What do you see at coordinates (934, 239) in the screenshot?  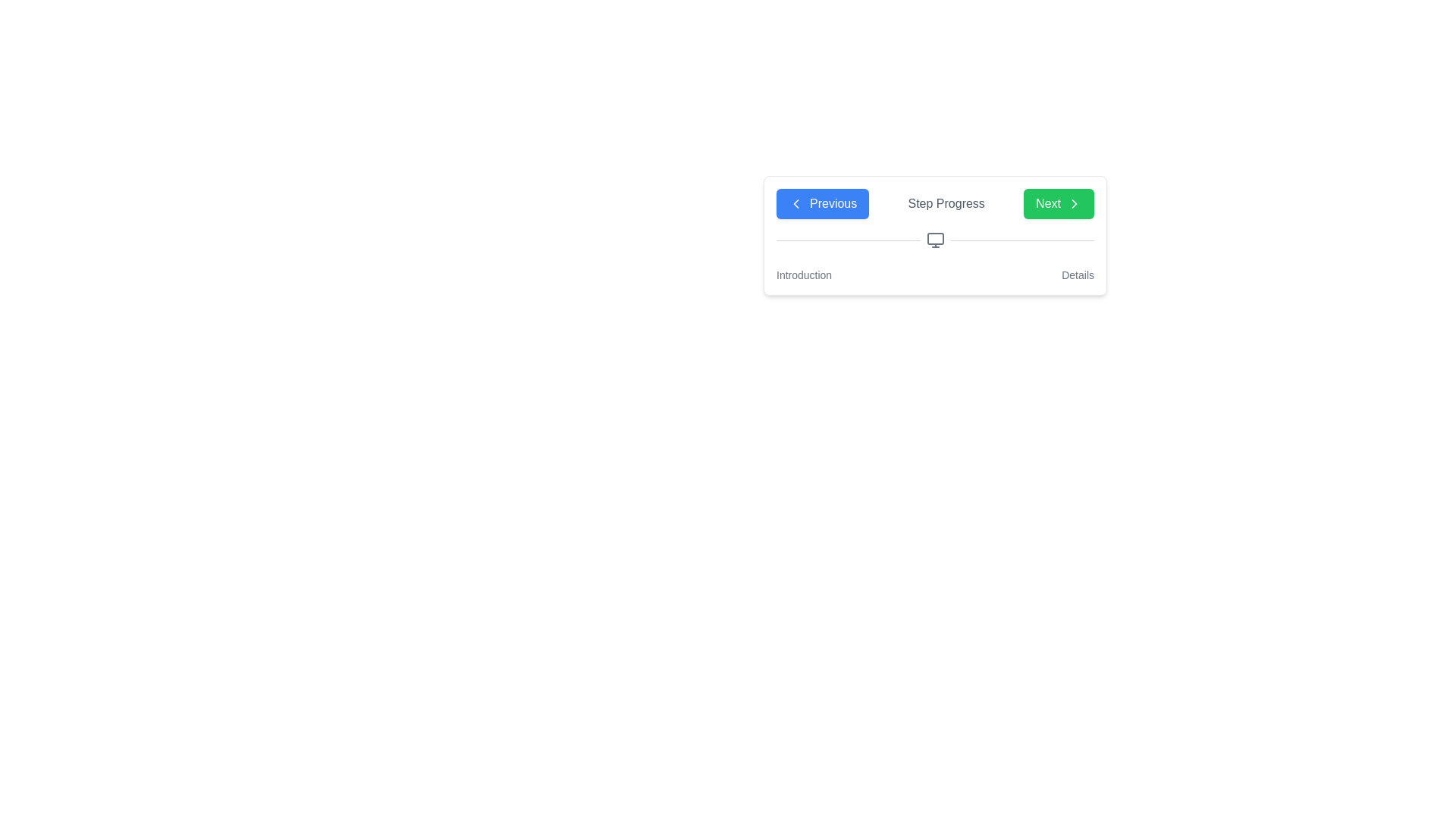 I see `the small rectangular shape with rounded corners, styled with a gray outline, located within the computer monitor icon in the 'Step Progress' section` at bounding box center [934, 239].